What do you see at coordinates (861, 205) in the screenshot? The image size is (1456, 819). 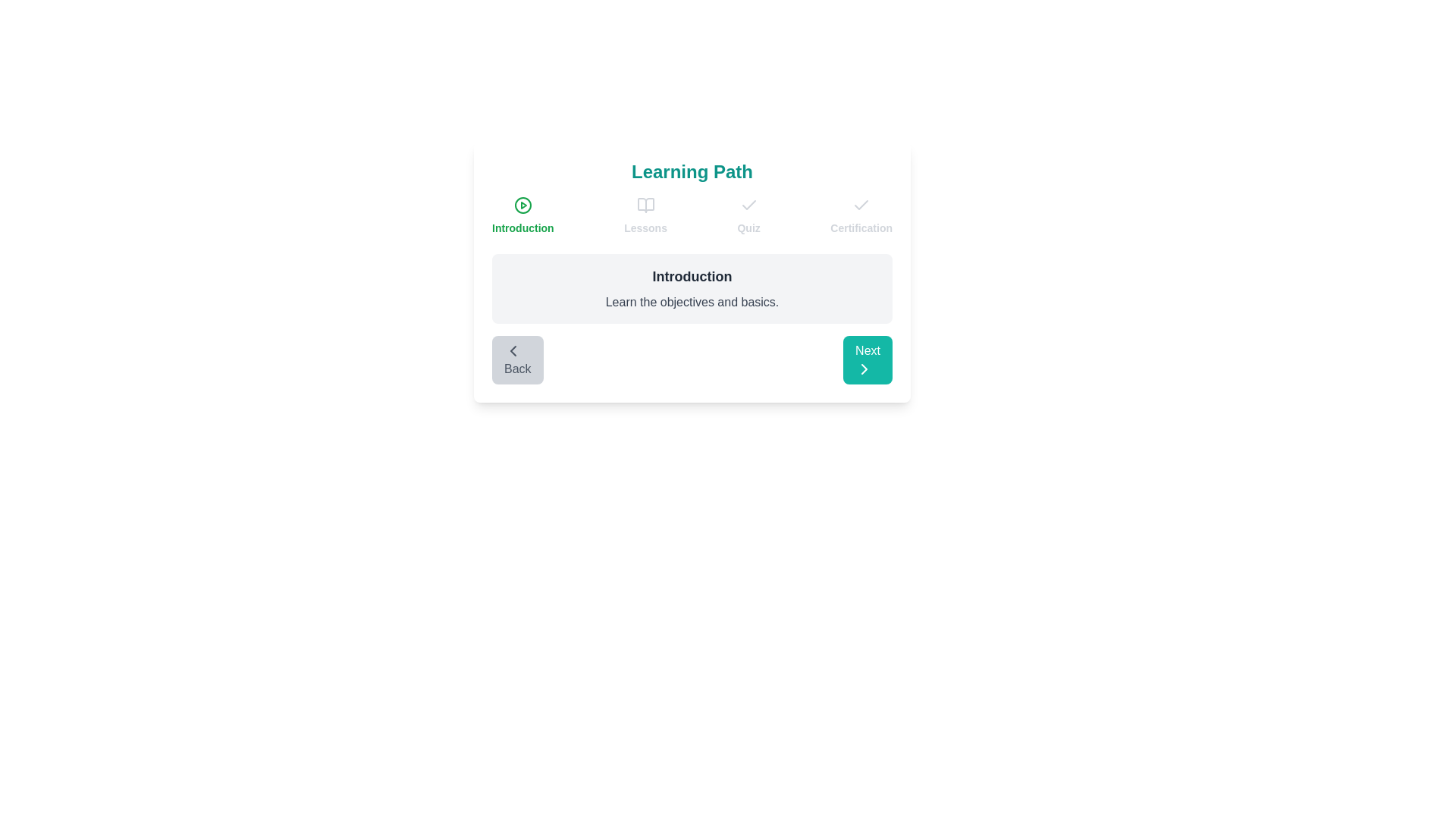 I see `the step icon for Certification to view its tooltip` at bounding box center [861, 205].